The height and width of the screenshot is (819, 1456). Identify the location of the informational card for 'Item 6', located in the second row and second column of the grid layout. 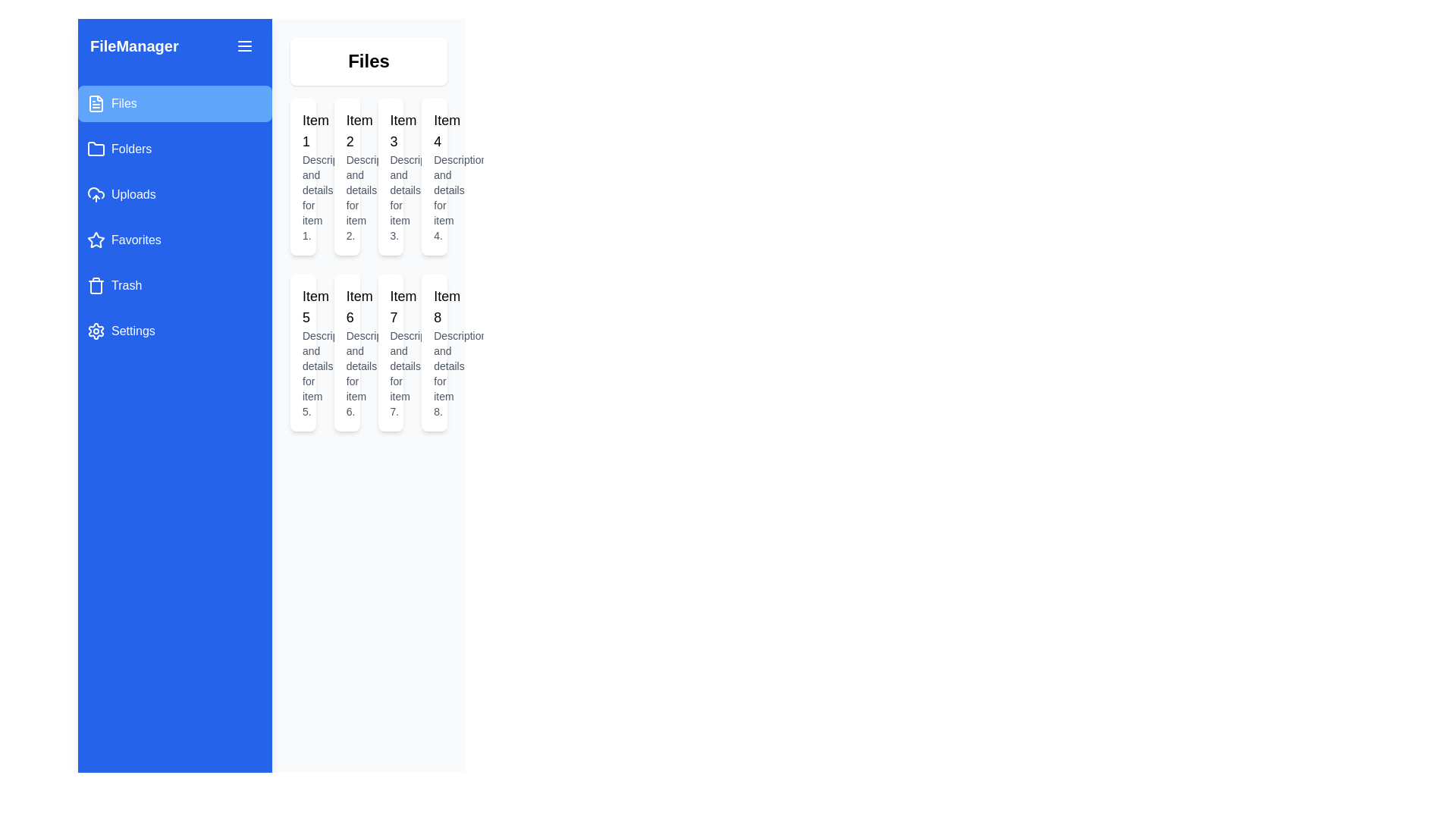
(346, 353).